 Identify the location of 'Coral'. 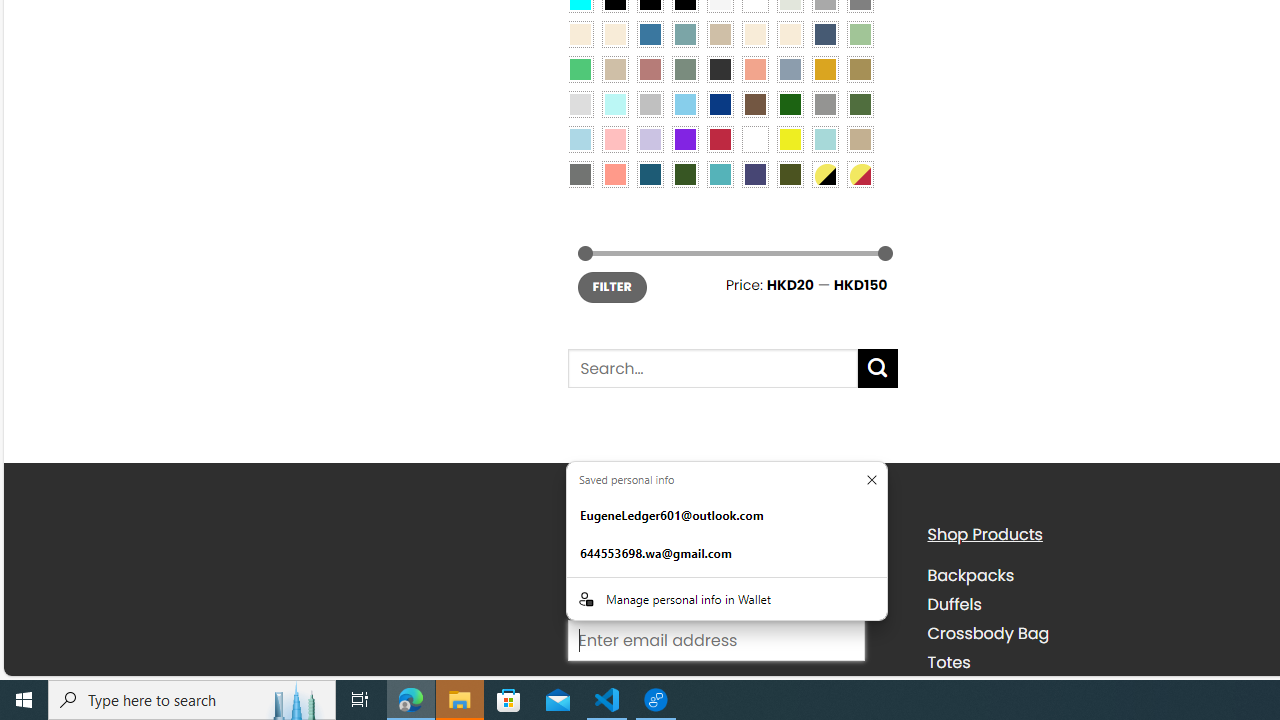
(754, 68).